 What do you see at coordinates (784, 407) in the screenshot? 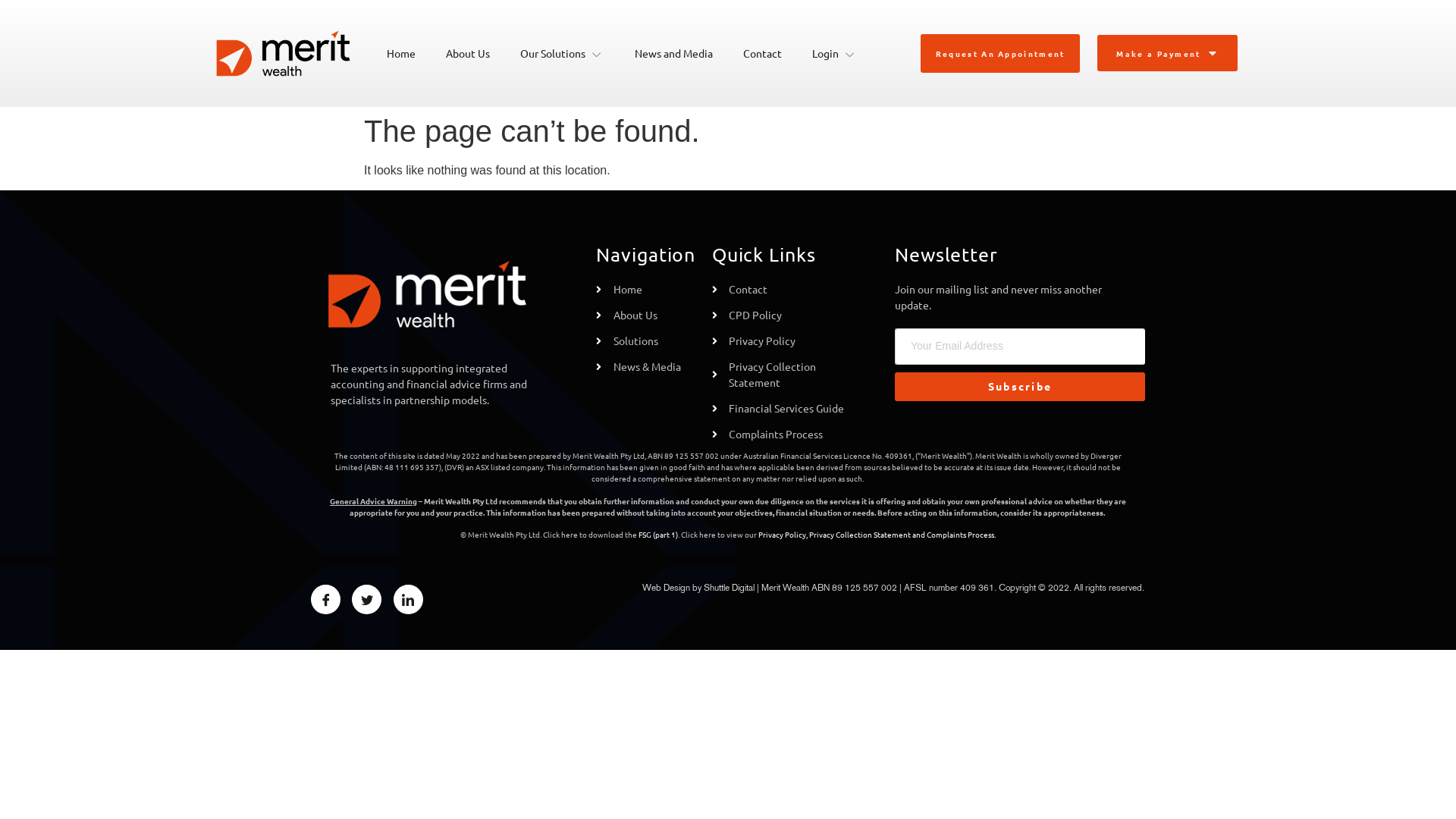
I see `'Financial Services Guide'` at bounding box center [784, 407].